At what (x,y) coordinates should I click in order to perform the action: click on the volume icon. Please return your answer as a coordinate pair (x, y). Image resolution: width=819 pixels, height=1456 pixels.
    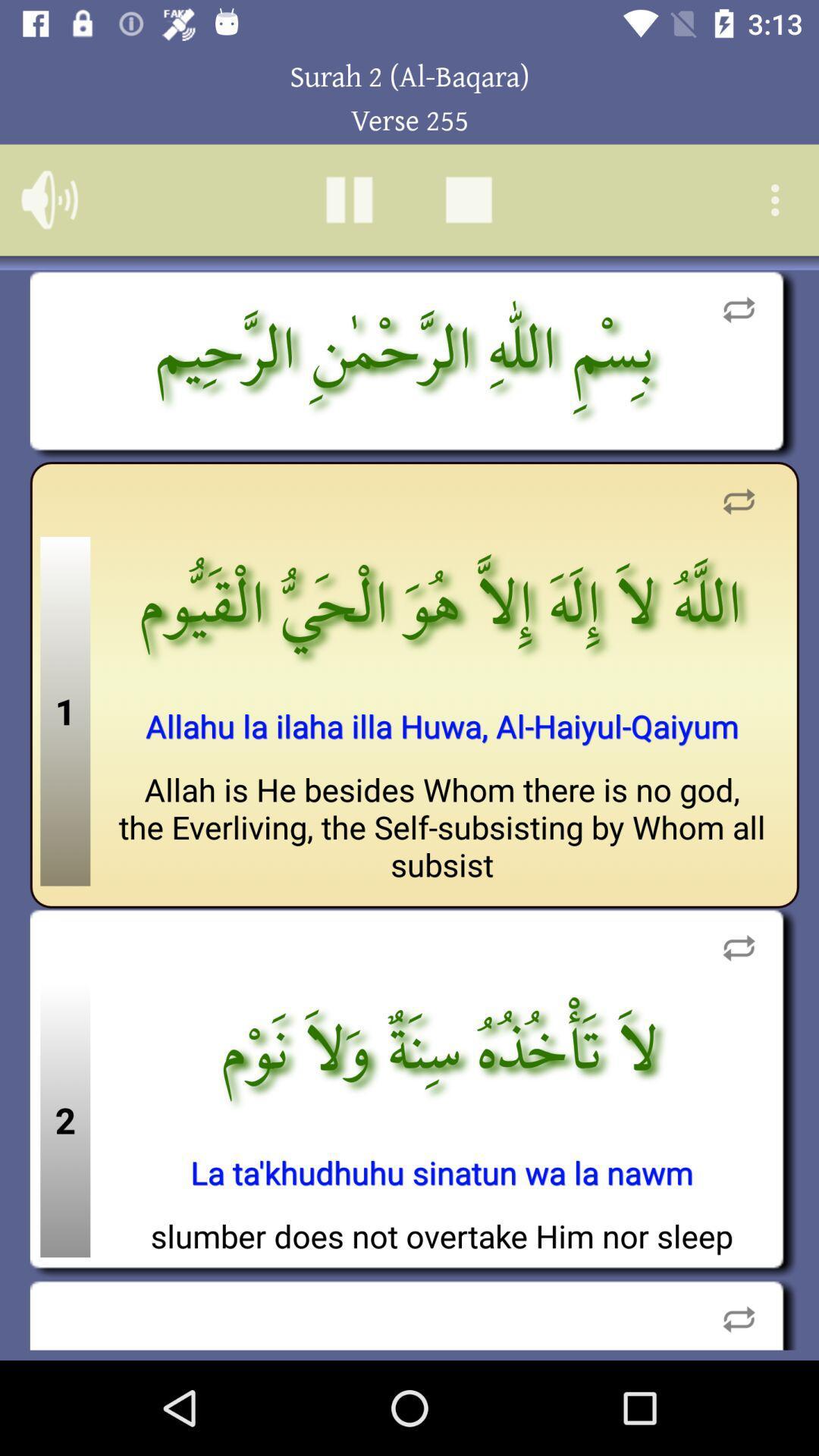
    Looking at the image, I should click on (49, 199).